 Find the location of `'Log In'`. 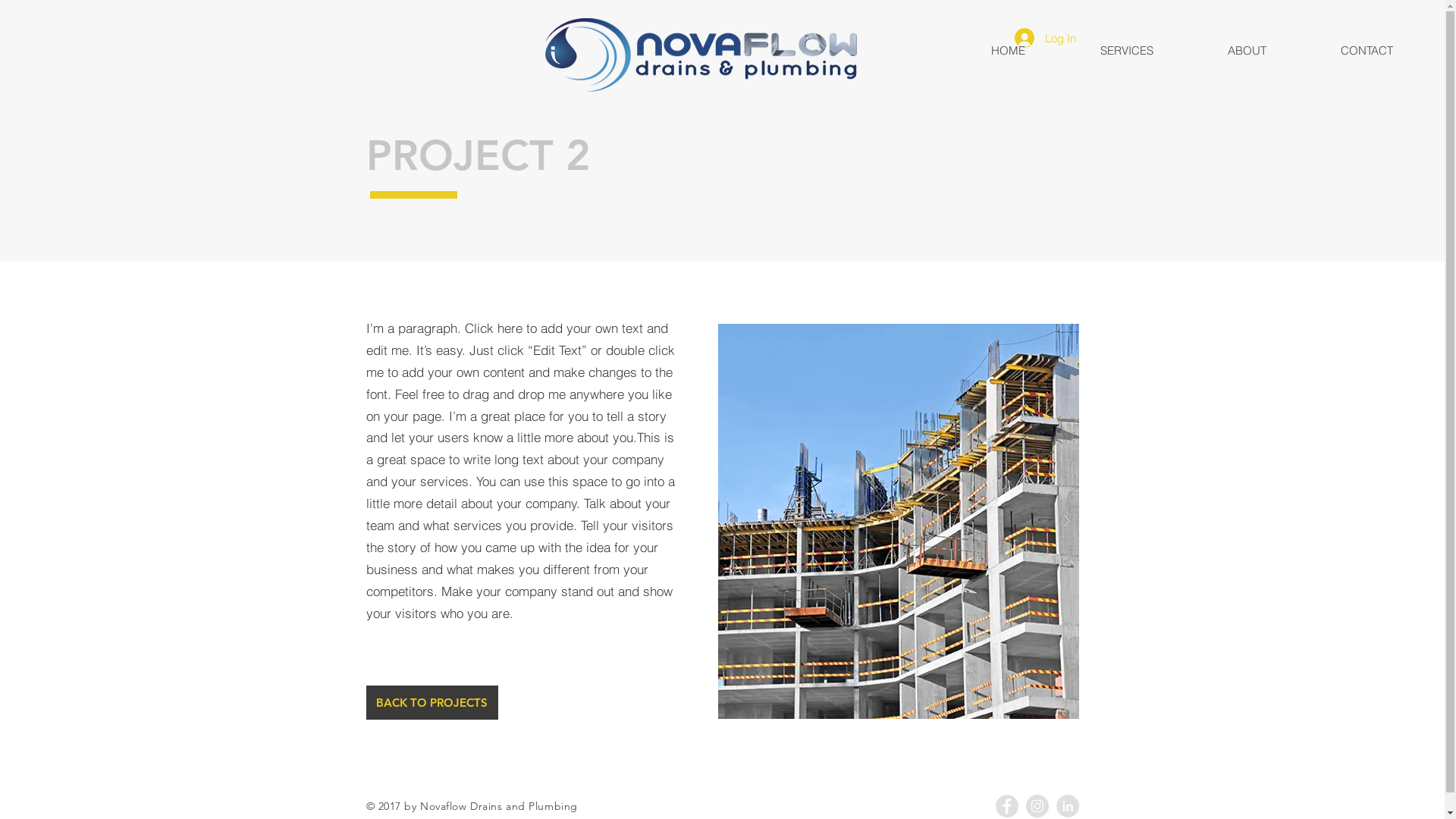

'Log In' is located at coordinates (1004, 37).